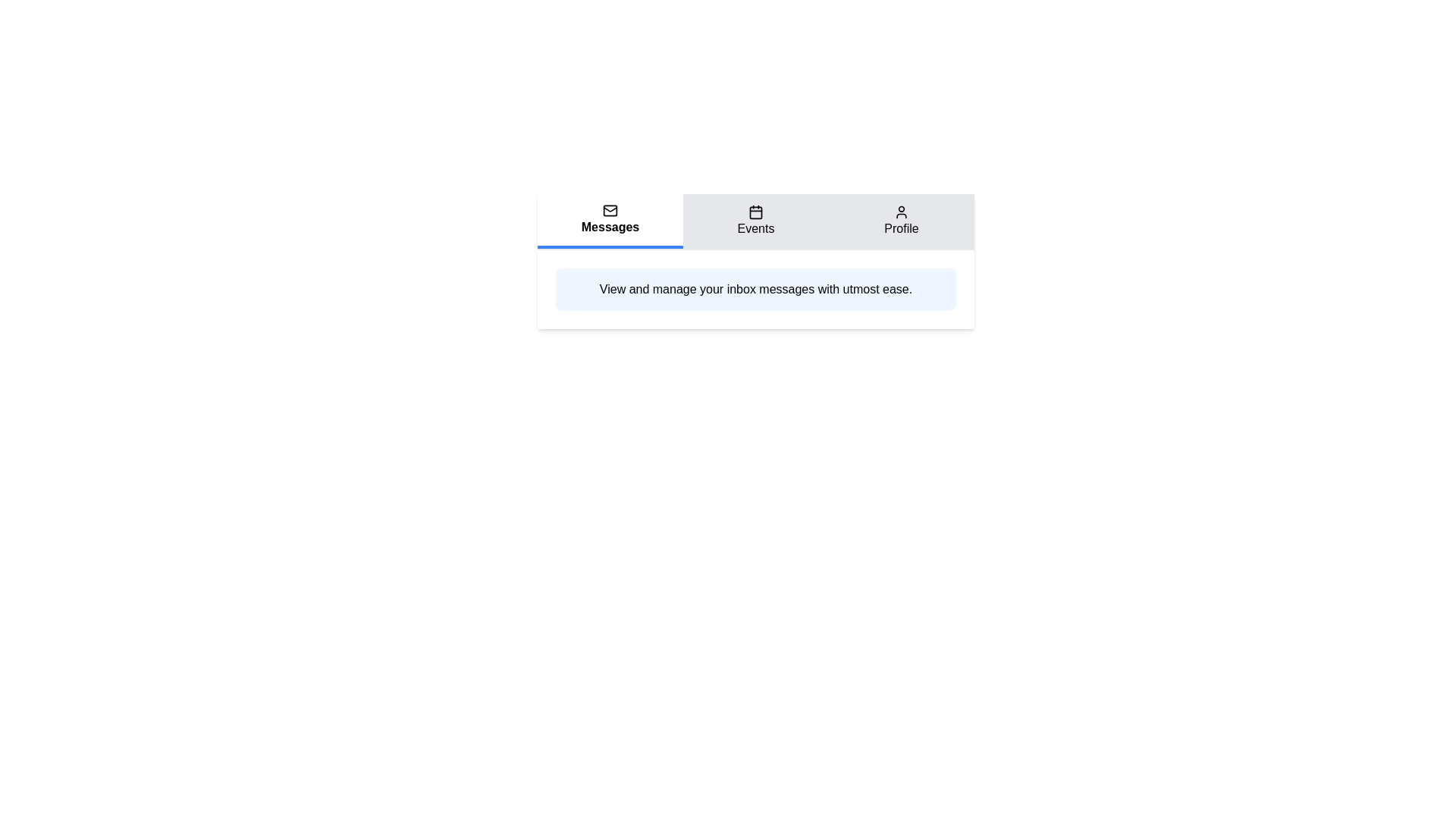 This screenshot has height=819, width=1456. Describe the element at coordinates (756, 221) in the screenshot. I see `the tab labeled Events to observe the hover effect` at that location.